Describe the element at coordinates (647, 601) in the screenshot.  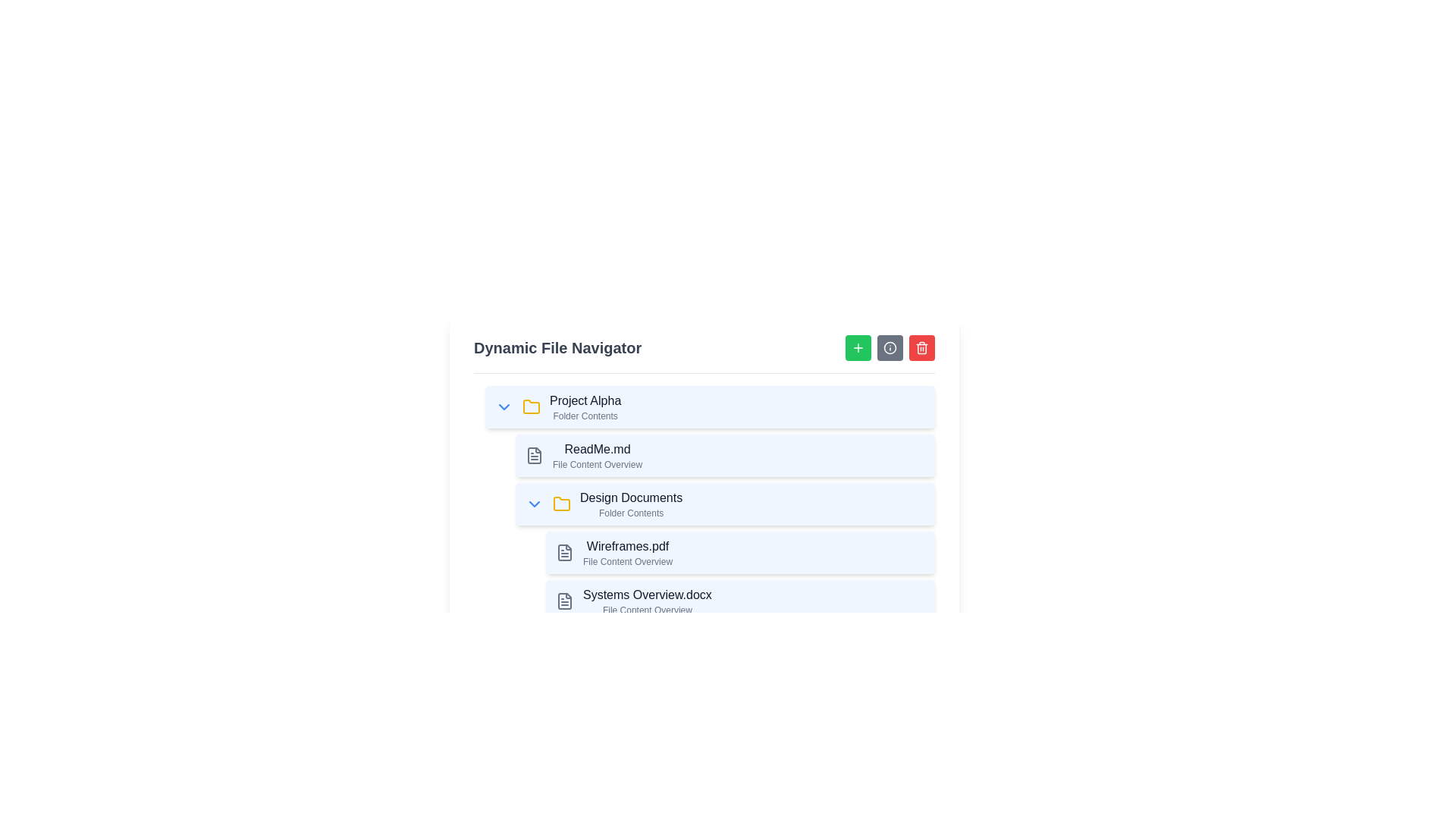
I see `the text label displaying the file name 'Systems Overview.docx', which is located below 'Wireframes.pdf' in the file navigator` at that location.